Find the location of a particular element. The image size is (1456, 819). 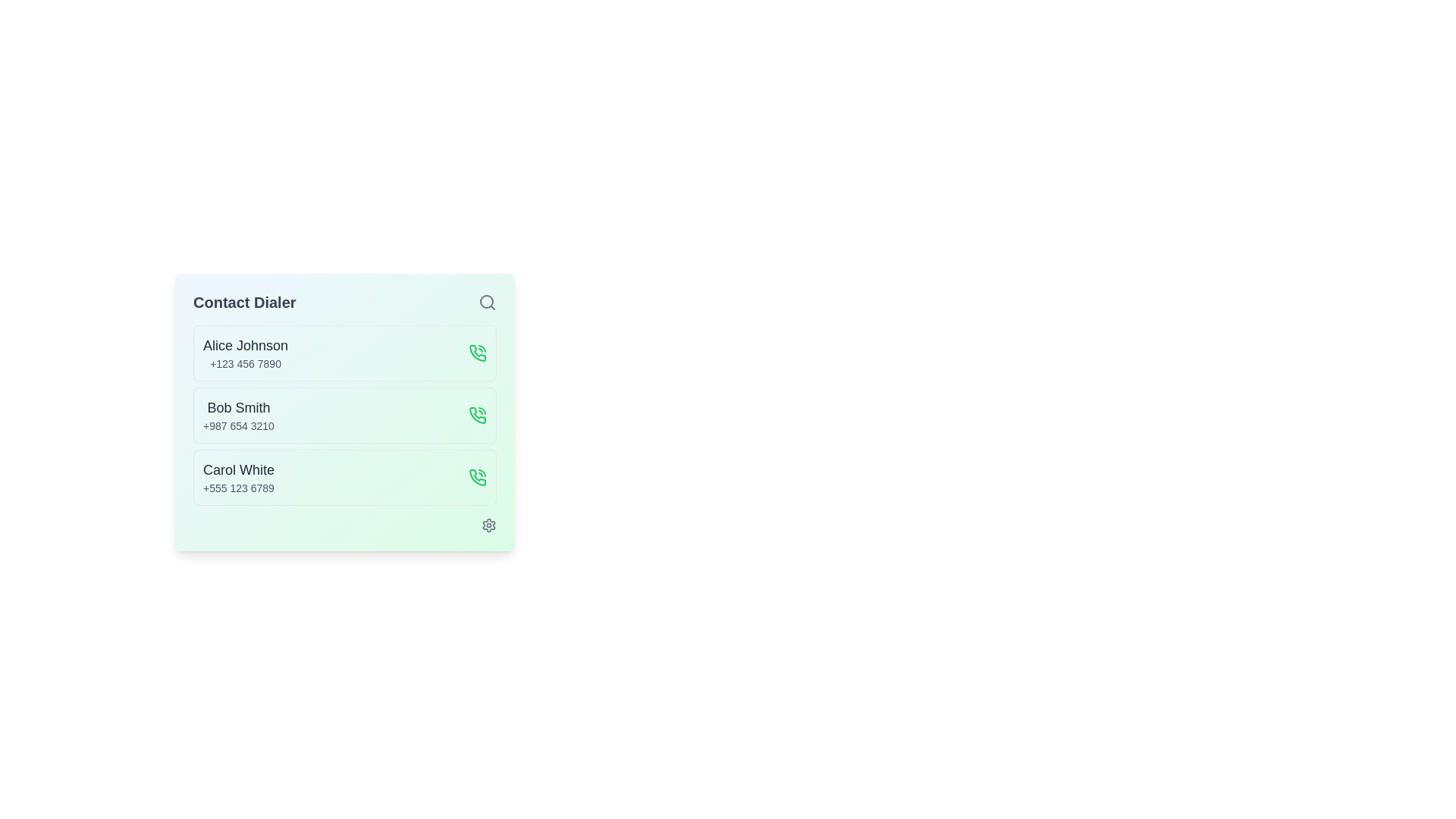

the phone call icon located at the far right of the third contact entry labeled 'Carol White +555 123 6789' to initiate a call is located at coordinates (476, 476).